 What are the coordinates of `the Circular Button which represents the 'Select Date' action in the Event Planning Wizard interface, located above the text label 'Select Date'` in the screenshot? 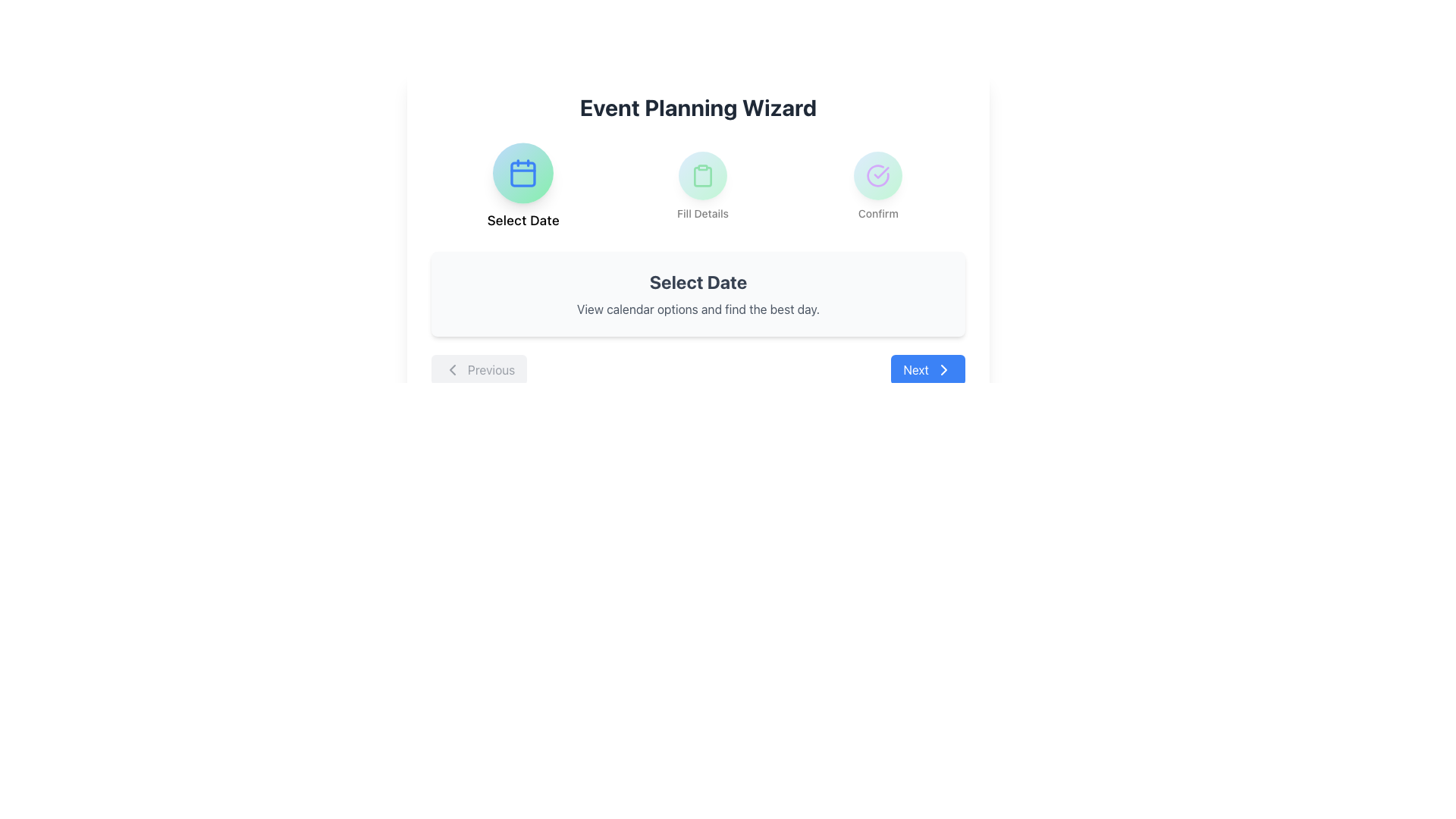 It's located at (522, 172).